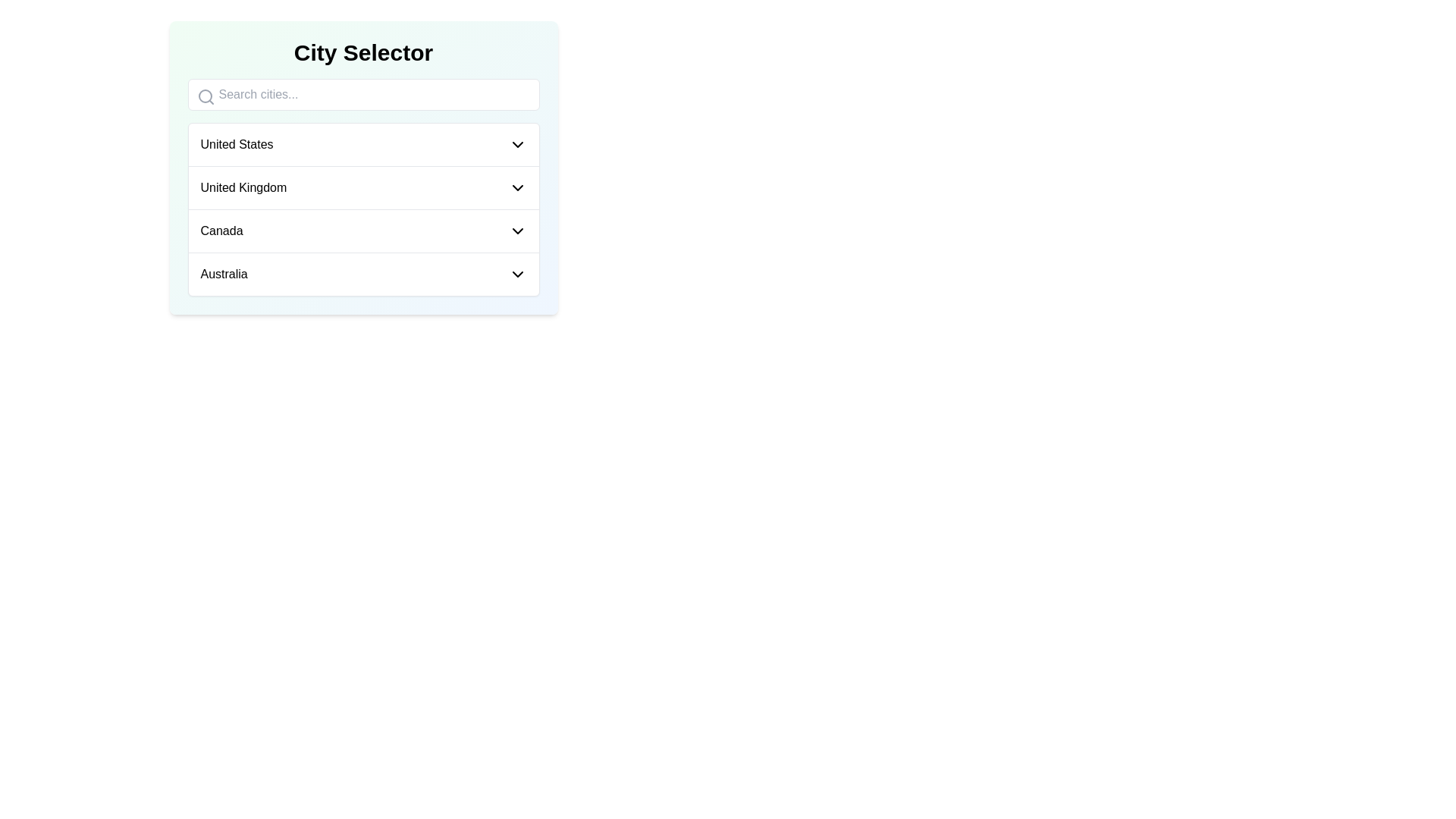 The height and width of the screenshot is (819, 1456). Describe the element at coordinates (517, 275) in the screenshot. I see `the Dropdown toggle icon located in the far-right section of the row containing the text 'Australia'` at that location.